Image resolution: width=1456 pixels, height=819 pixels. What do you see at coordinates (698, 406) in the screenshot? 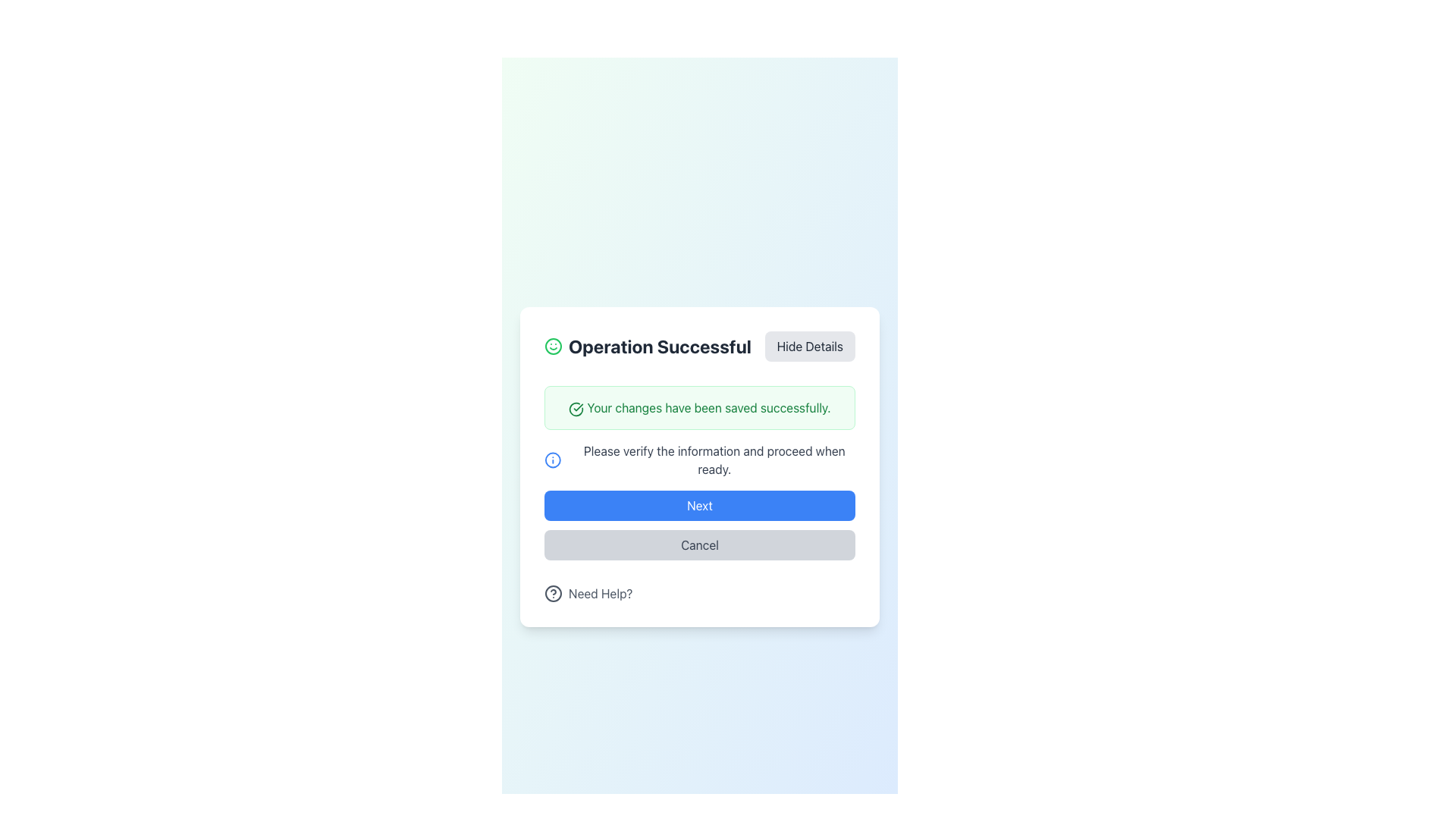
I see `the Notification banner that indicates the user's changes have been saved successfully, located above the text message 'Please verify the information and proceed when ready.'` at bounding box center [698, 406].